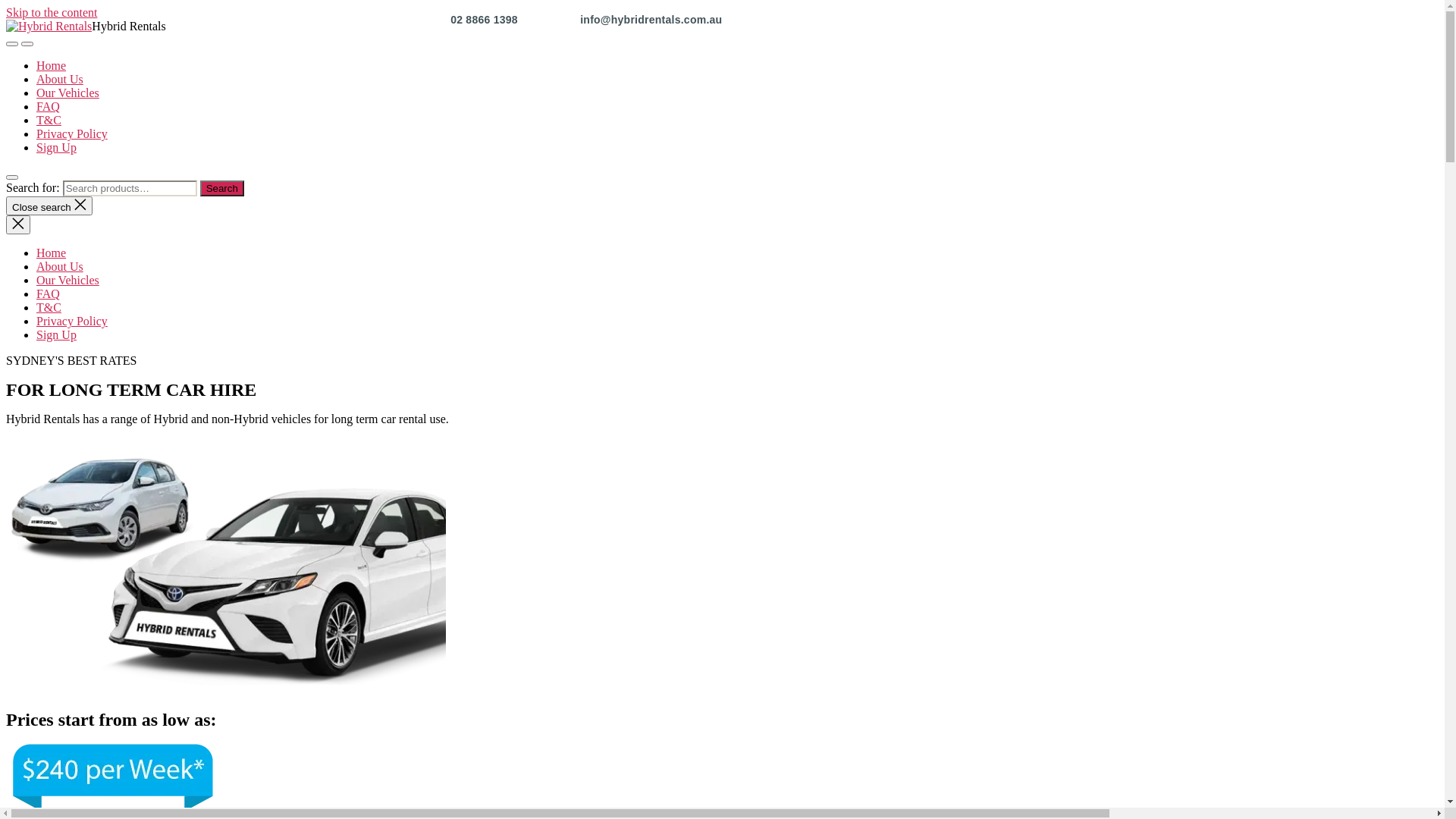 Image resolution: width=1456 pixels, height=819 pixels. Describe the element at coordinates (67, 93) in the screenshot. I see `'Our Vehicles'` at that location.